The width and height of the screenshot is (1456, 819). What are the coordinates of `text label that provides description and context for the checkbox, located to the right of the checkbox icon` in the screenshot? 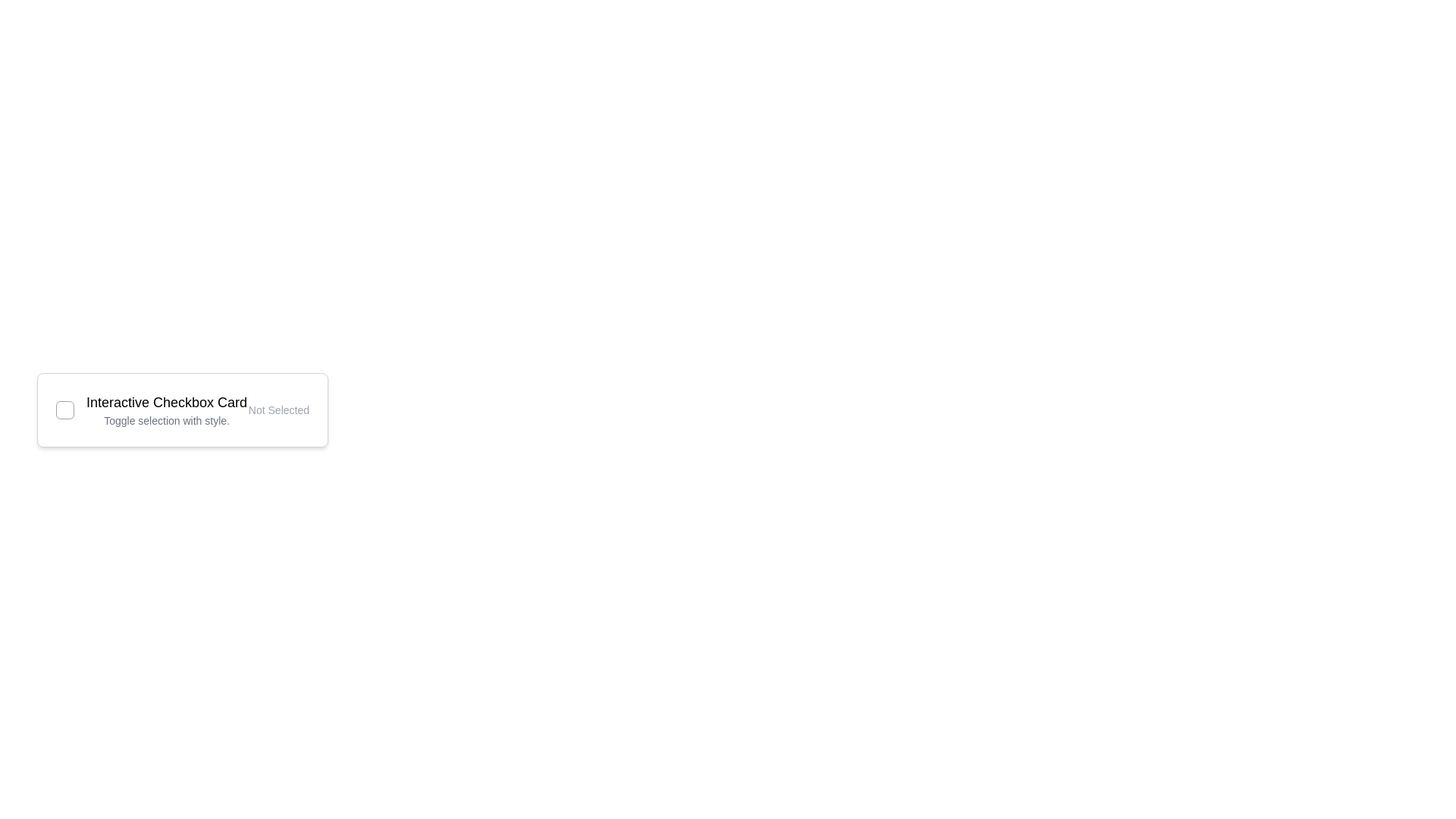 It's located at (167, 409).